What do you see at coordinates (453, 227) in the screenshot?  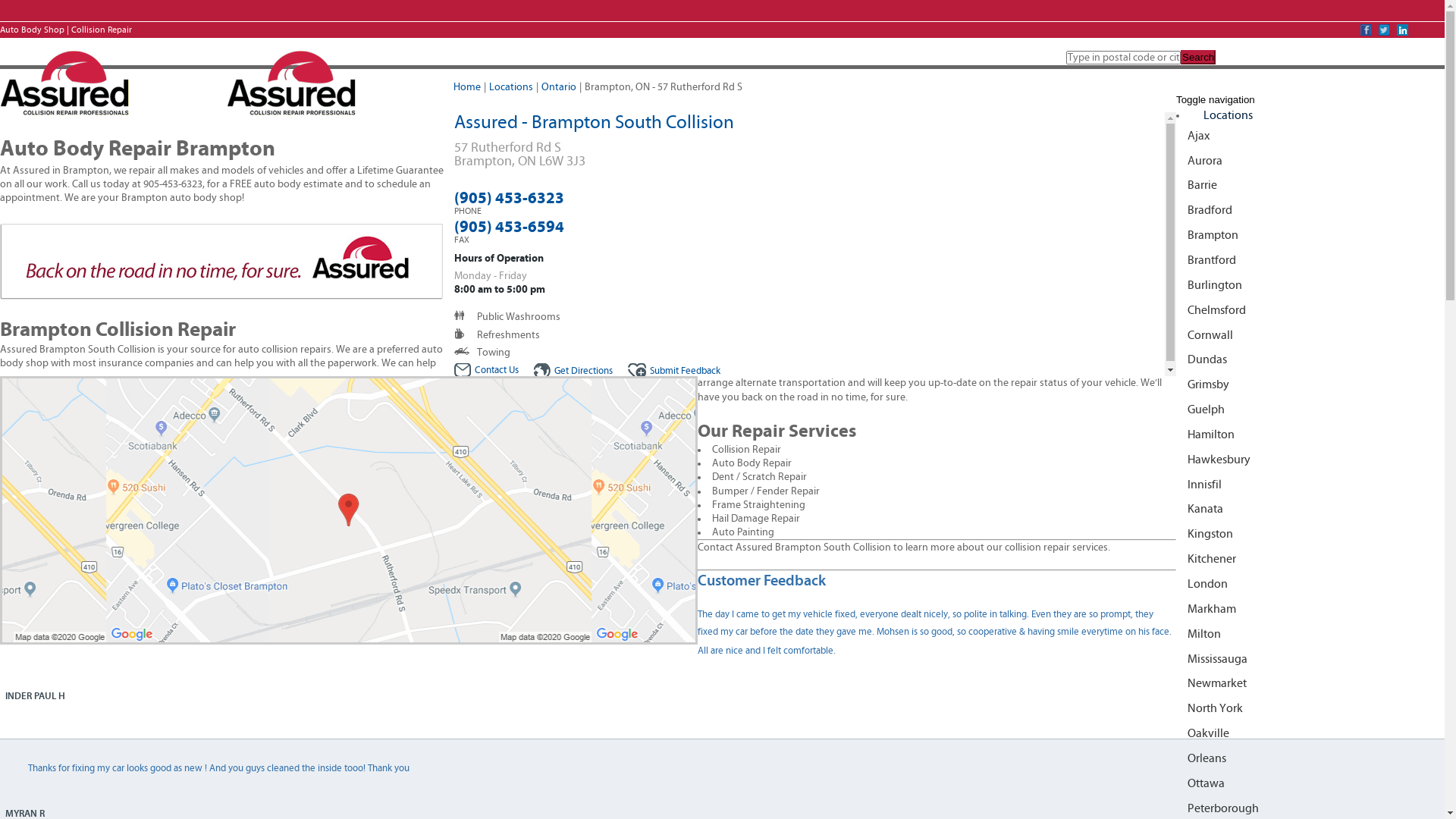 I see `'(905) 453-6594'` at bounding box center [453, 227].